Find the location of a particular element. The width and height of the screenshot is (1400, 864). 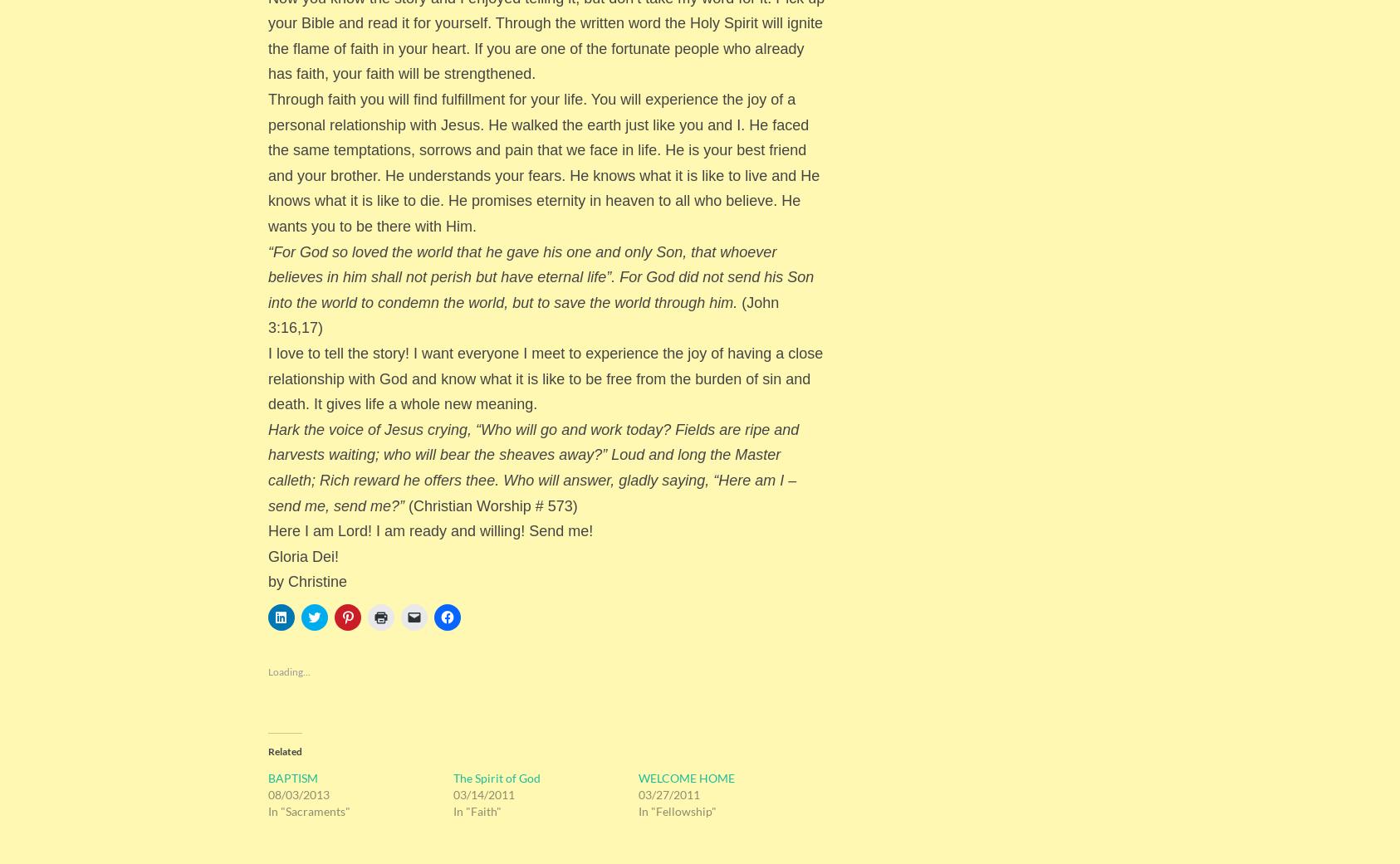

'Hark the voice of Jesus crying, “Who will go and work today? Fields are ripe and harvests waiting; who will bear the sheaves away?” Loud and long the Master calleth; Rich reward he offers thee. Who will answer, gladly saying, “Here am I – send me, send me?”' is located at coordinates (267, 466).